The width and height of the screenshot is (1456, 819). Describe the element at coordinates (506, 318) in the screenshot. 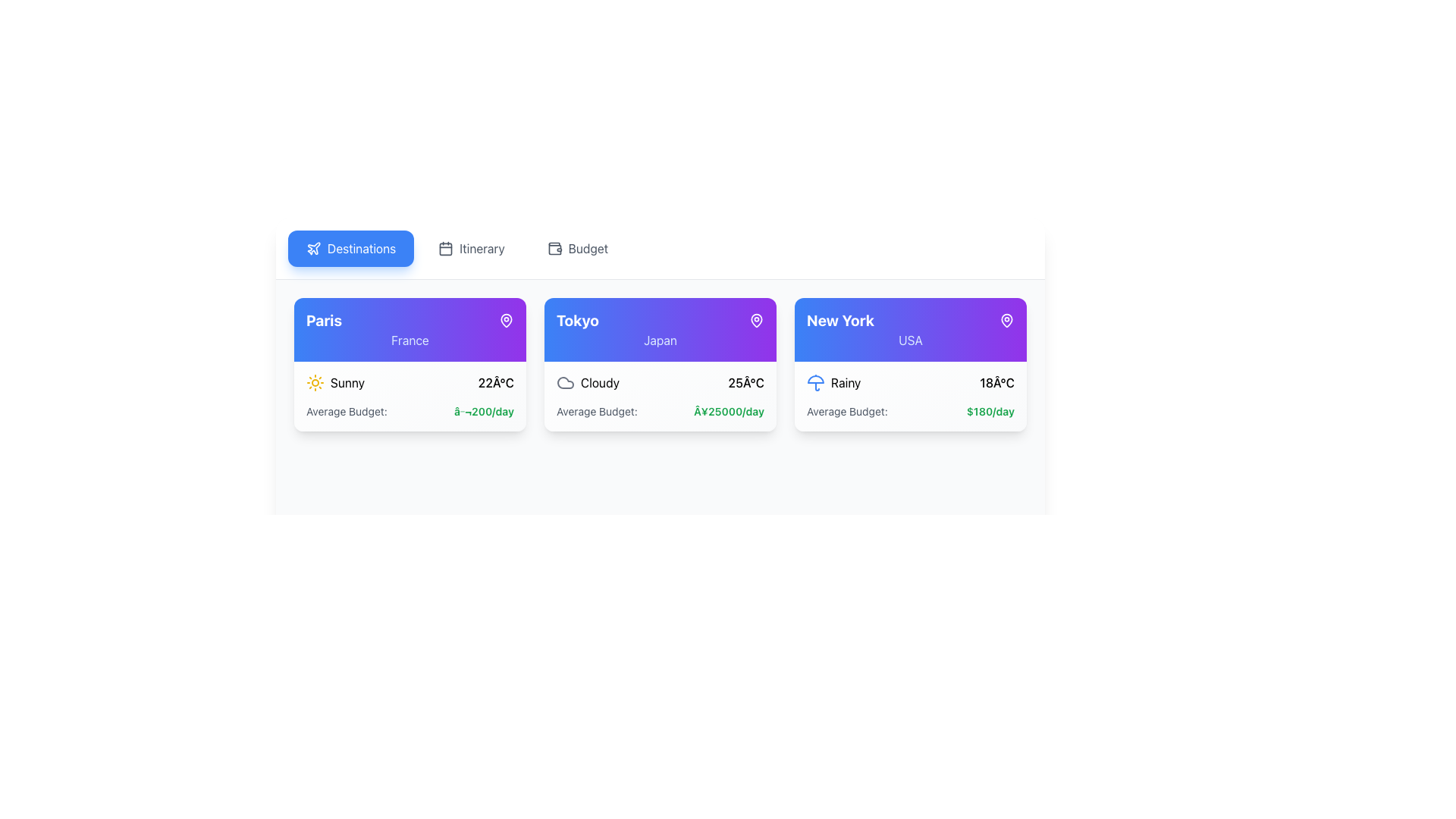

I see `the vivid purple pin icon located in the upper right corner of the 'Paris' card to interact with it` at that location.